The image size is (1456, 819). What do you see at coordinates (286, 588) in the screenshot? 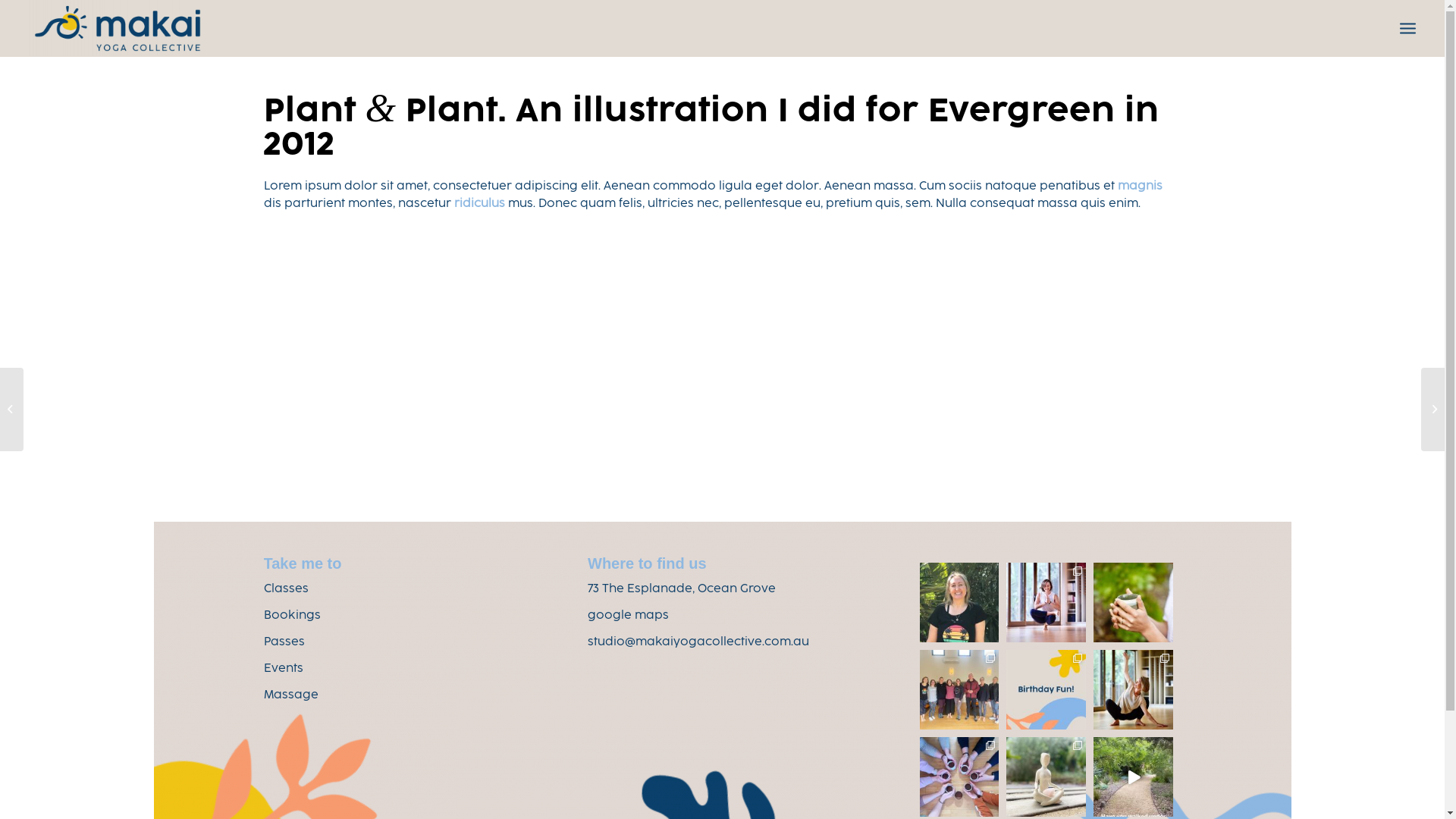
I see `'Classes'` at bounding box center [286, 588].